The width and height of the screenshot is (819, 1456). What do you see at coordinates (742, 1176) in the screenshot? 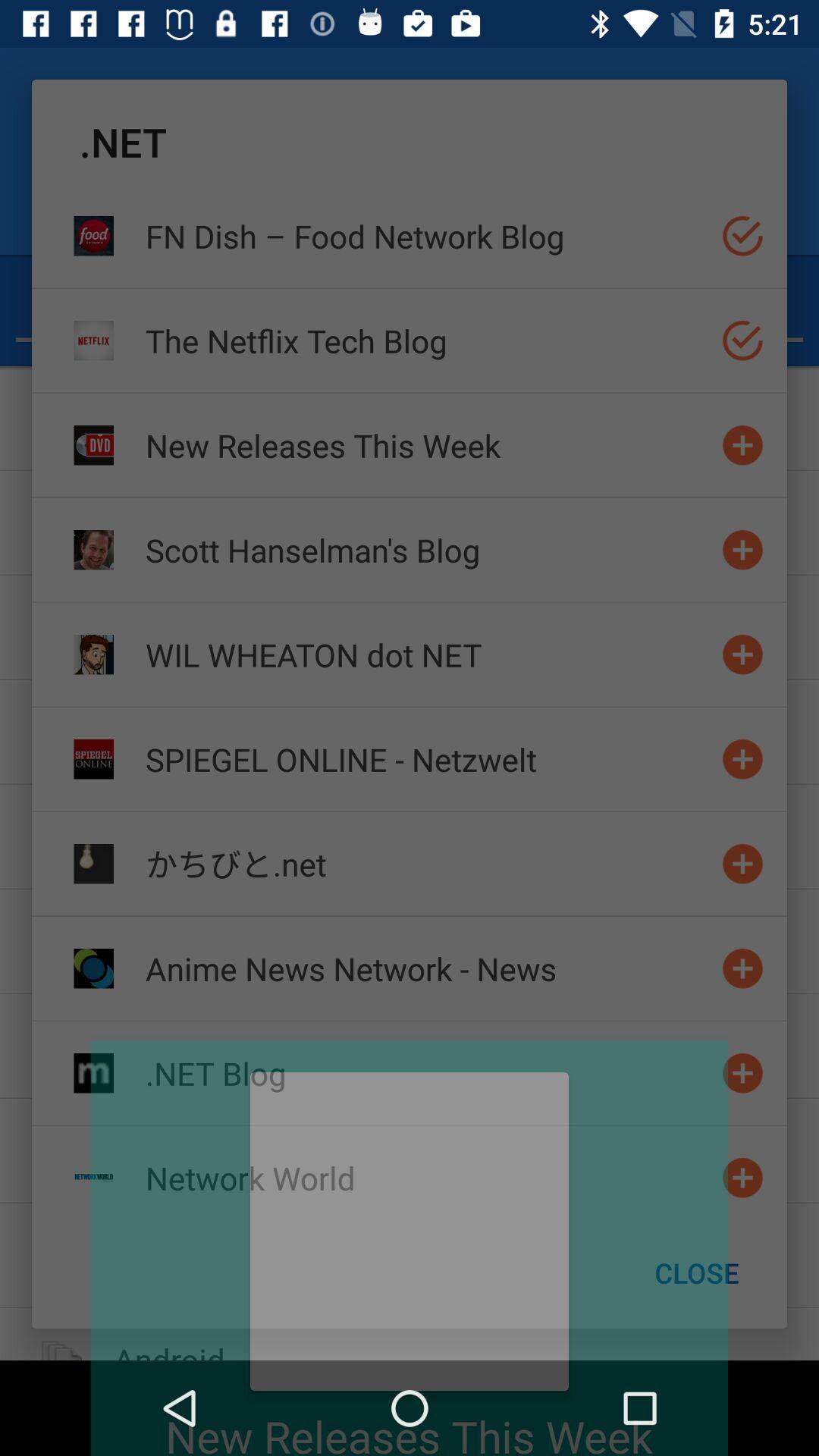
I see `bookmark` at bounding box center [742, 1176].